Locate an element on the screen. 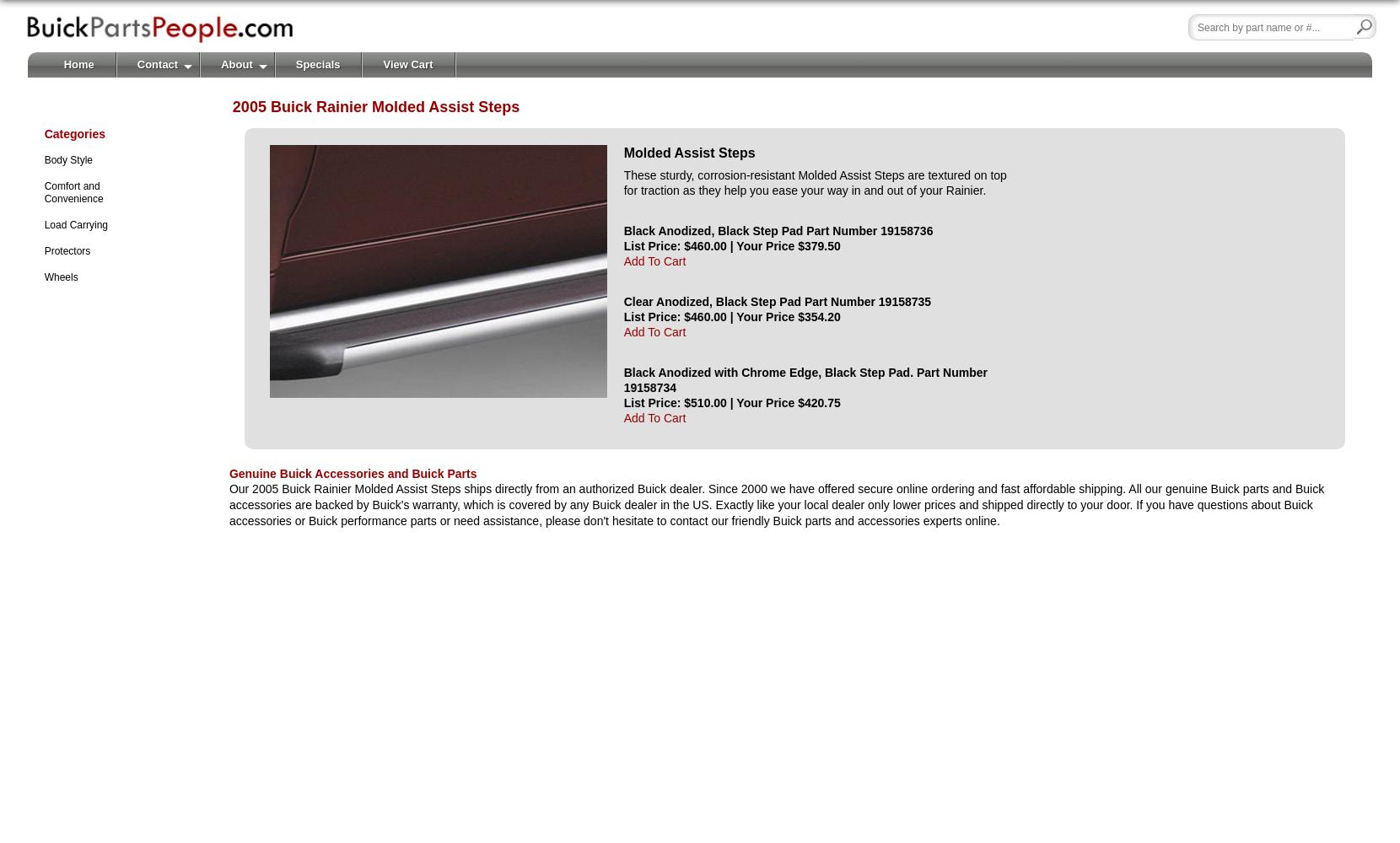 This screenshot has width=1400, height=843. 'List Price: $460.00 | Your Price $354.20' is located at coordinates (623, 316).